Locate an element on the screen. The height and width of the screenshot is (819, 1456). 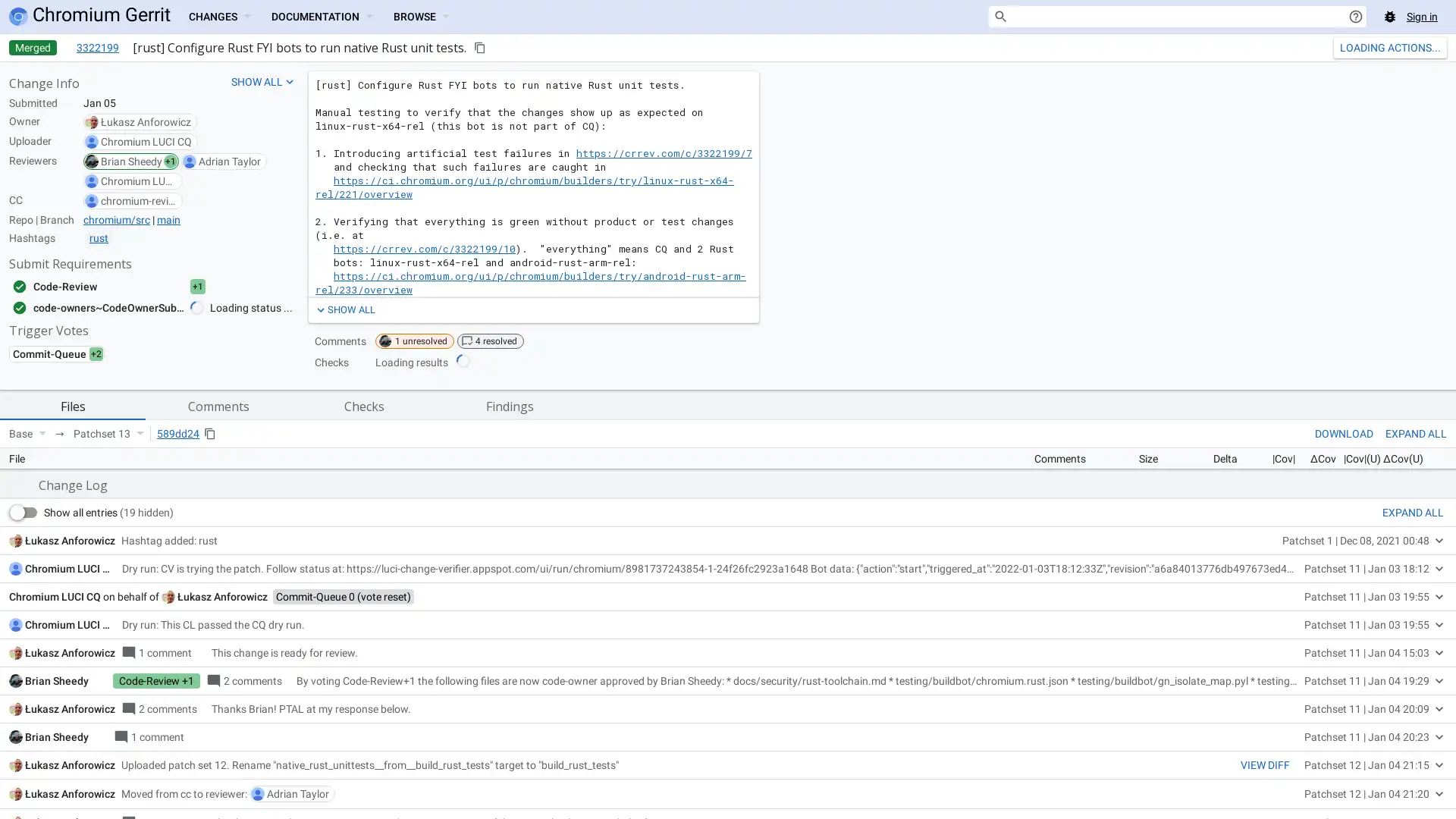
satisfied code-owners~CodeOwnerSub... Approved is located at coordinates (124, 307).